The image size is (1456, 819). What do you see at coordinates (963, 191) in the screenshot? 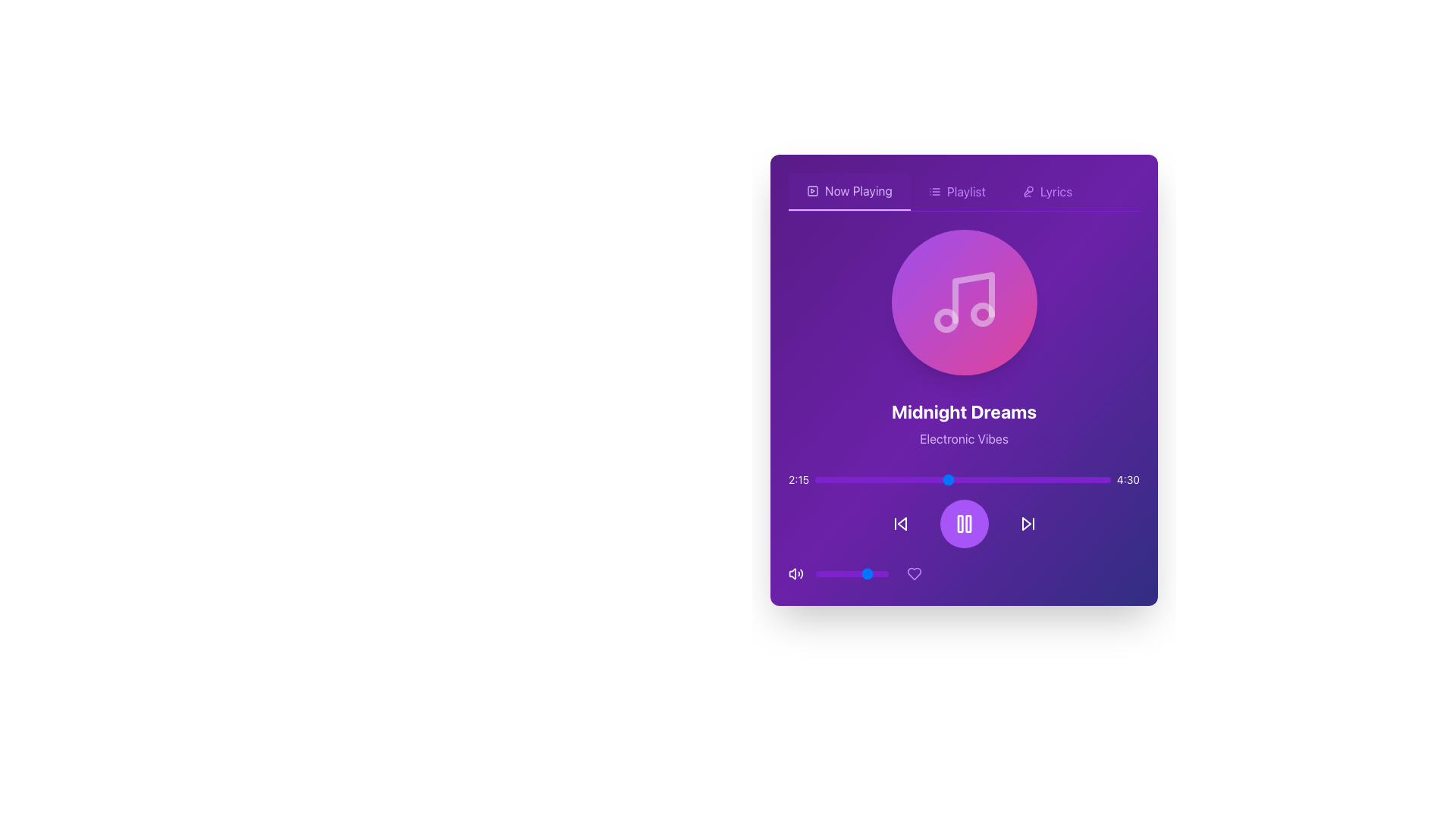
I see `the 'Playlist' button located in the horizontal navigation header of the music player` at bounding box center [963, 191].